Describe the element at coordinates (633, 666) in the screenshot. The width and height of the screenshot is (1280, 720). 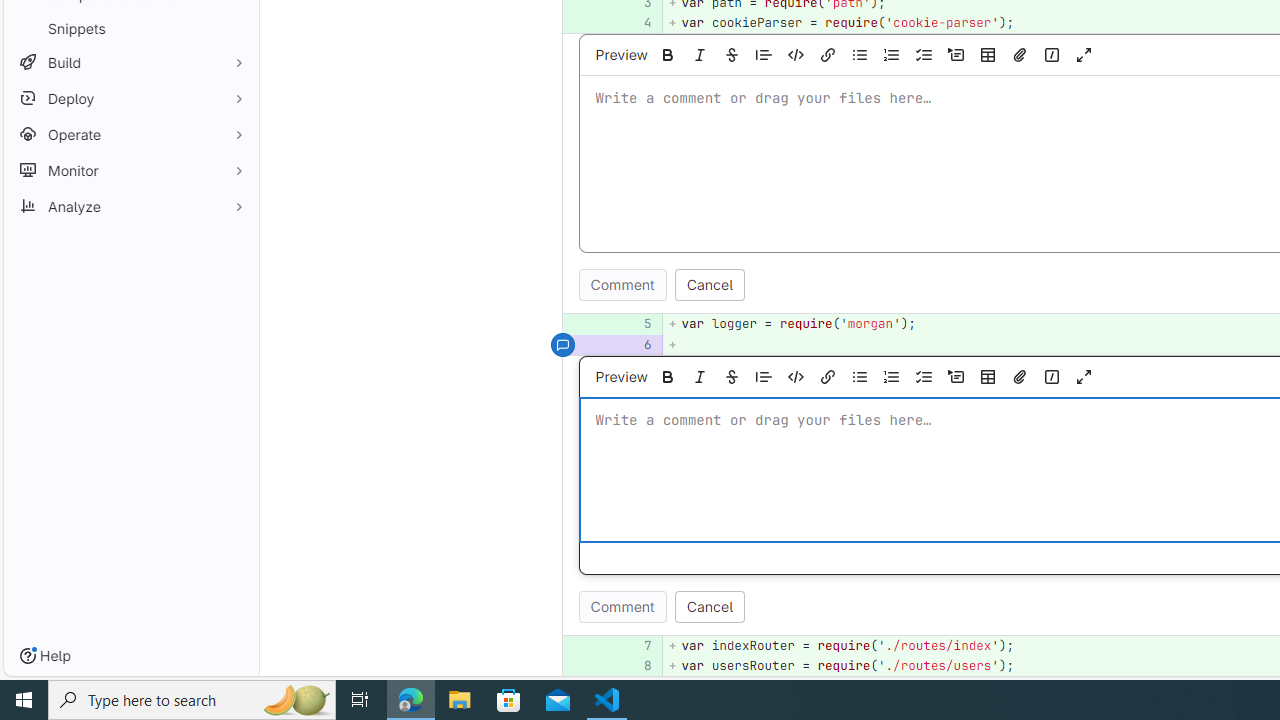
I see `'8'` at that location.